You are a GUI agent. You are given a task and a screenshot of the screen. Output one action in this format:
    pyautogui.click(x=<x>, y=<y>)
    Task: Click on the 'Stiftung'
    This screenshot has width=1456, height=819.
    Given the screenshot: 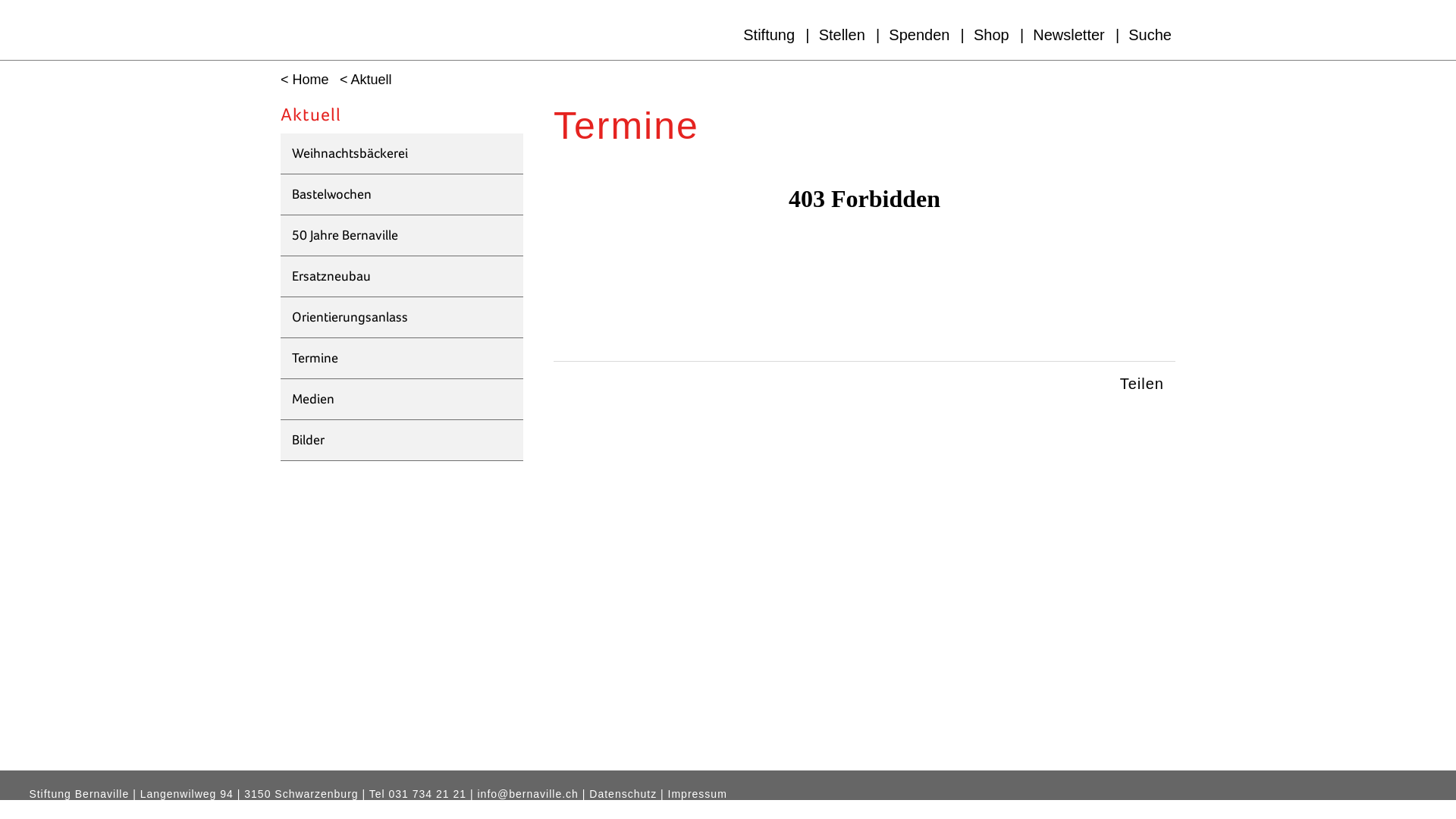 What is the action you would take?
    pyautogui.click(x=768, y=34)
    